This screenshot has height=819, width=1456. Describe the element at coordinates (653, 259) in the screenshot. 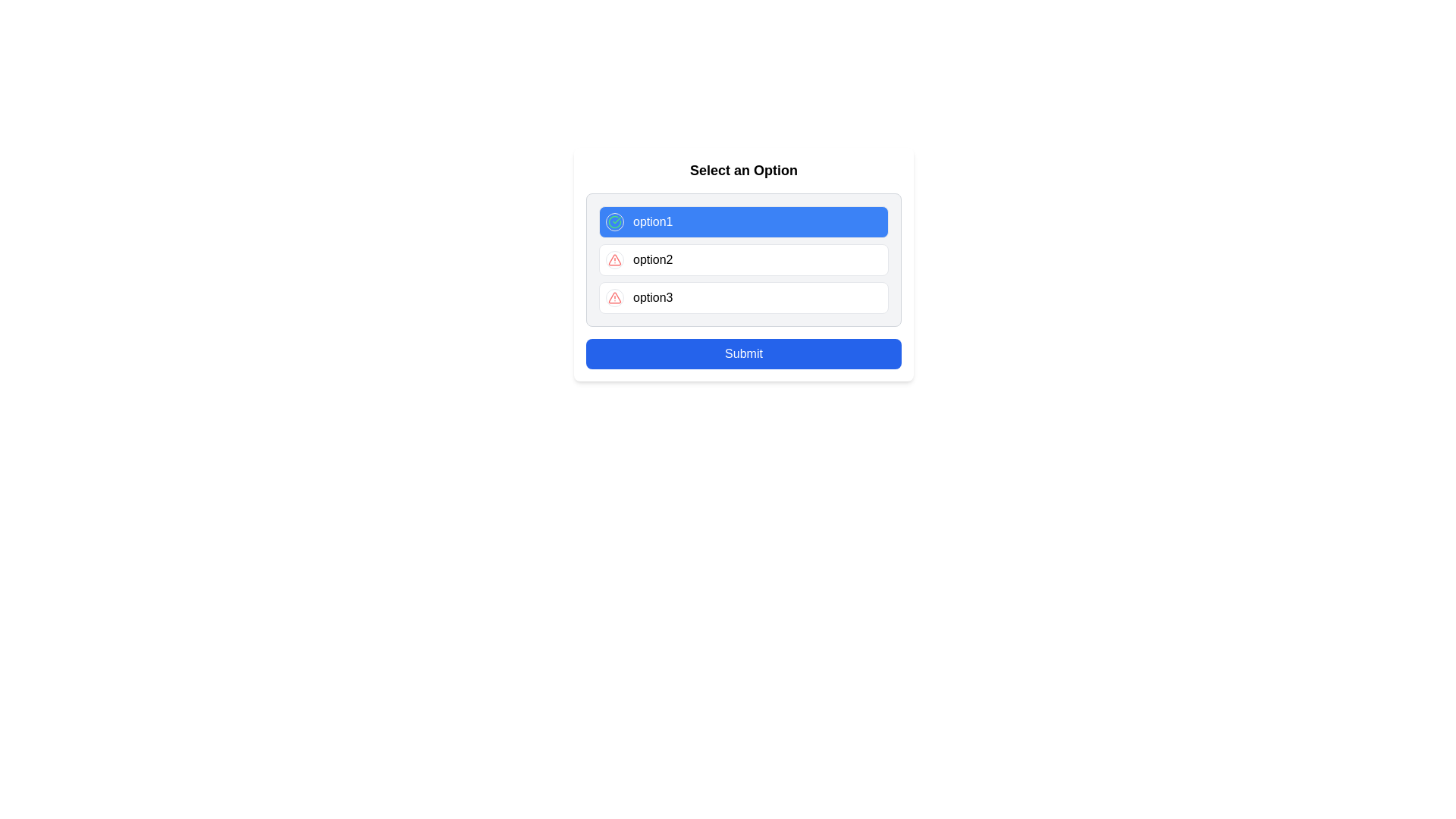

I see `label text of the second selectable option in the list, which is positioned to the right of the warning icon and below the first option labeled 'option1'` at that location.